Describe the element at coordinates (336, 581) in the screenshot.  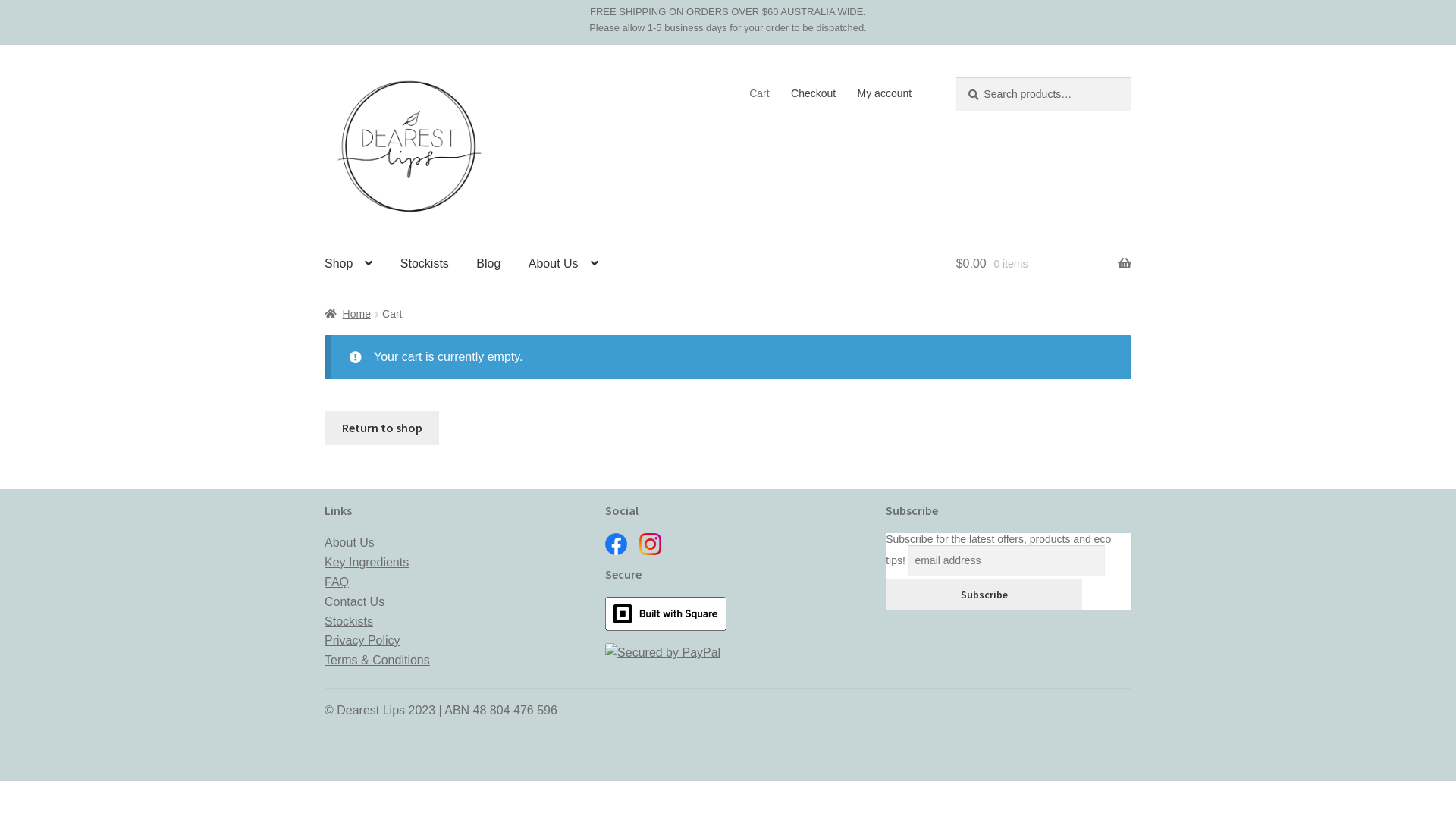
I see `'FAQ'` at that location.